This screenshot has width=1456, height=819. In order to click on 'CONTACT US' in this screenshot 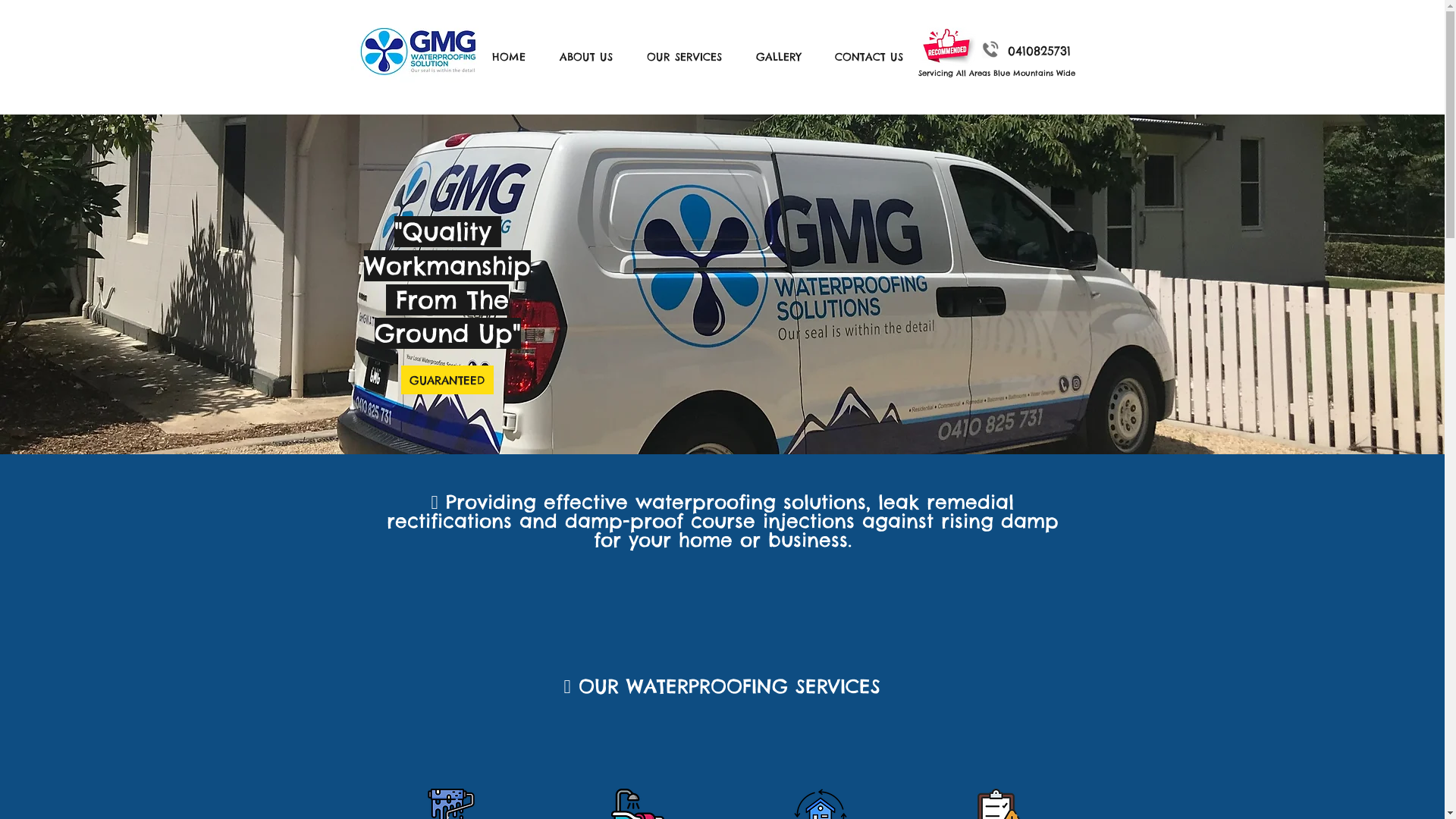, I will do `click(874, 55)`.